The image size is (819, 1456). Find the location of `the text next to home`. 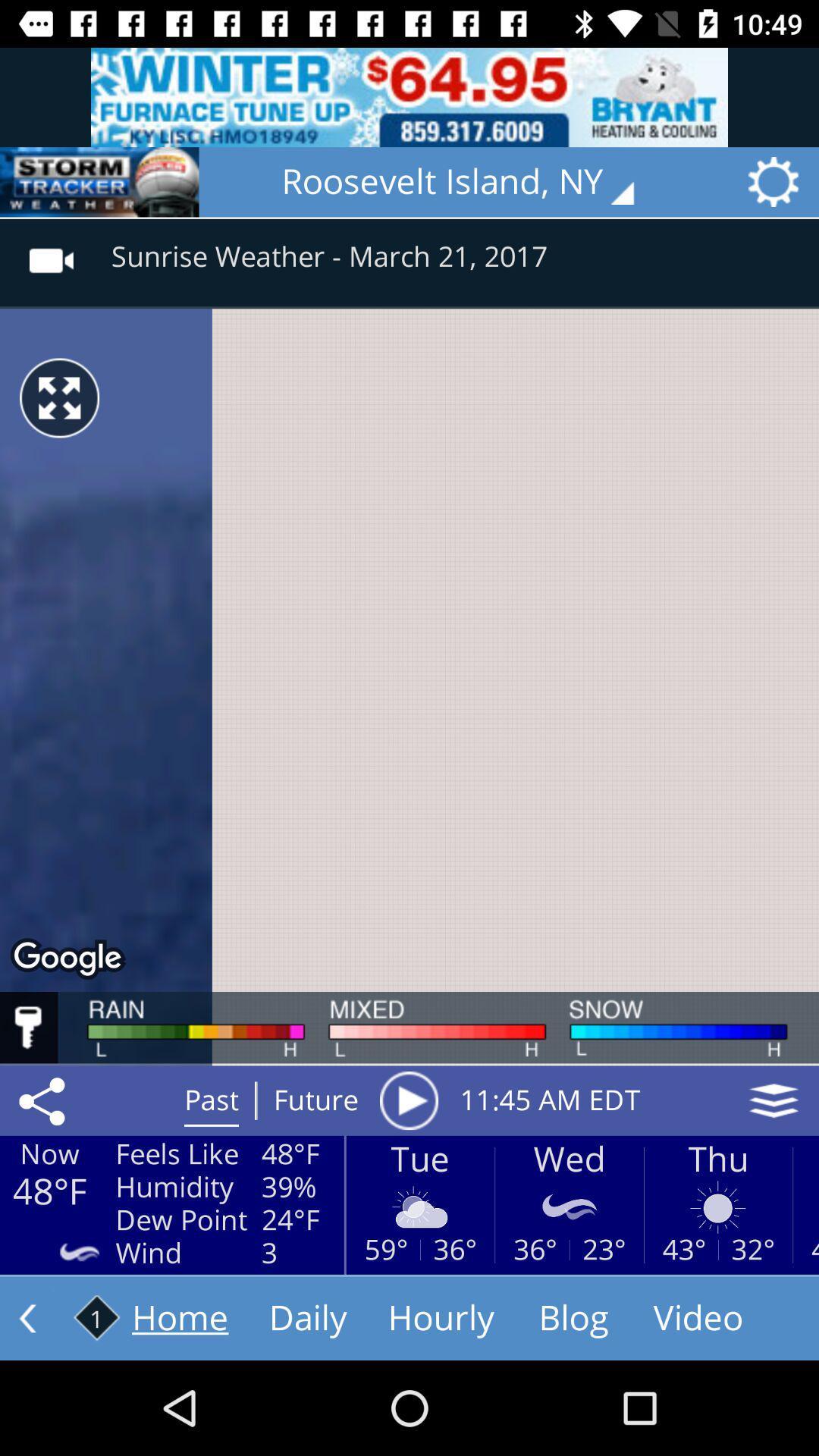

the text next to home is located at coordinates (307, 1317).